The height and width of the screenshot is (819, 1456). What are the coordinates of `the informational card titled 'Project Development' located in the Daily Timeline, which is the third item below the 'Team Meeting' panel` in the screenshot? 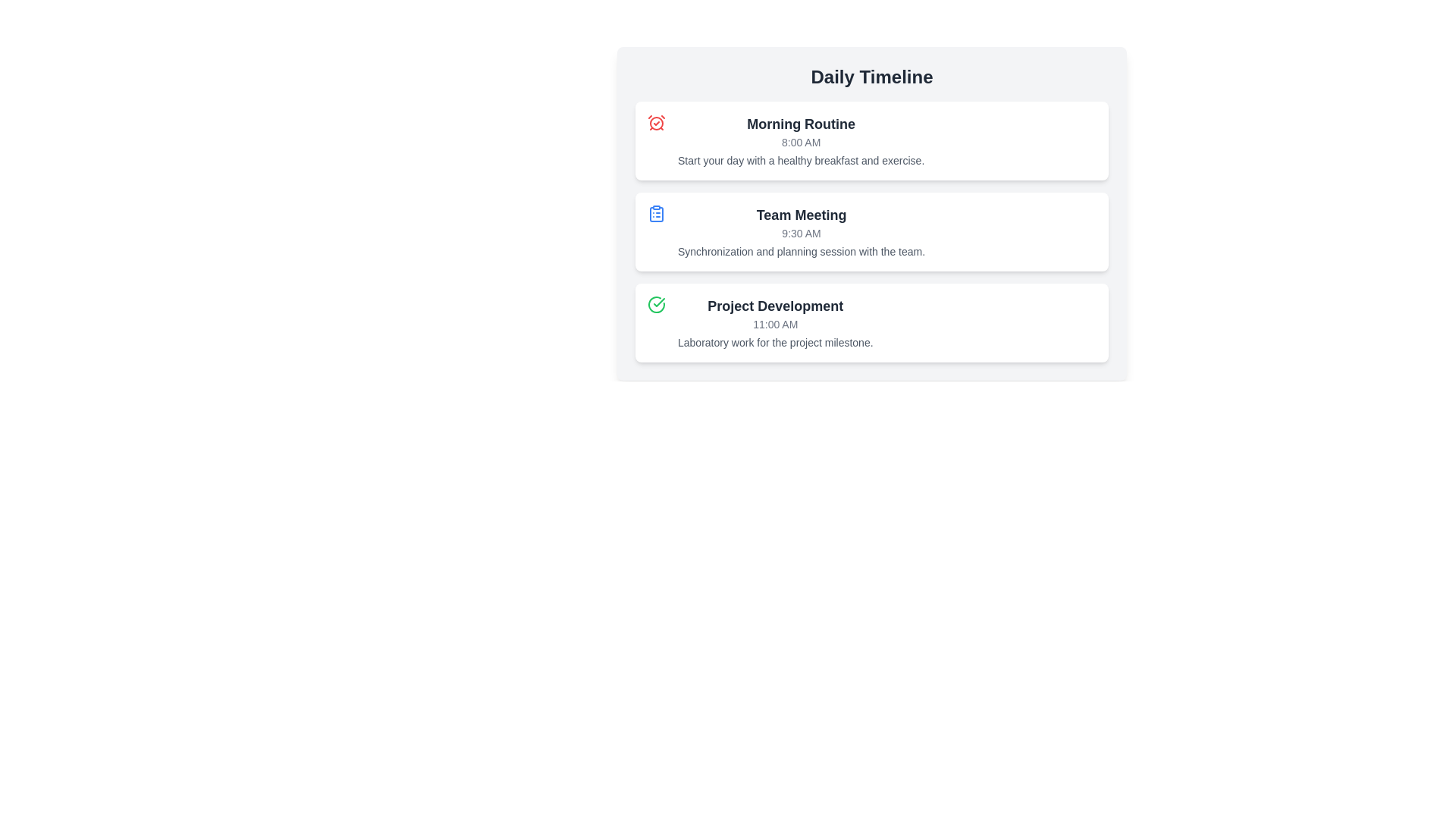 It's located at (872, 322).